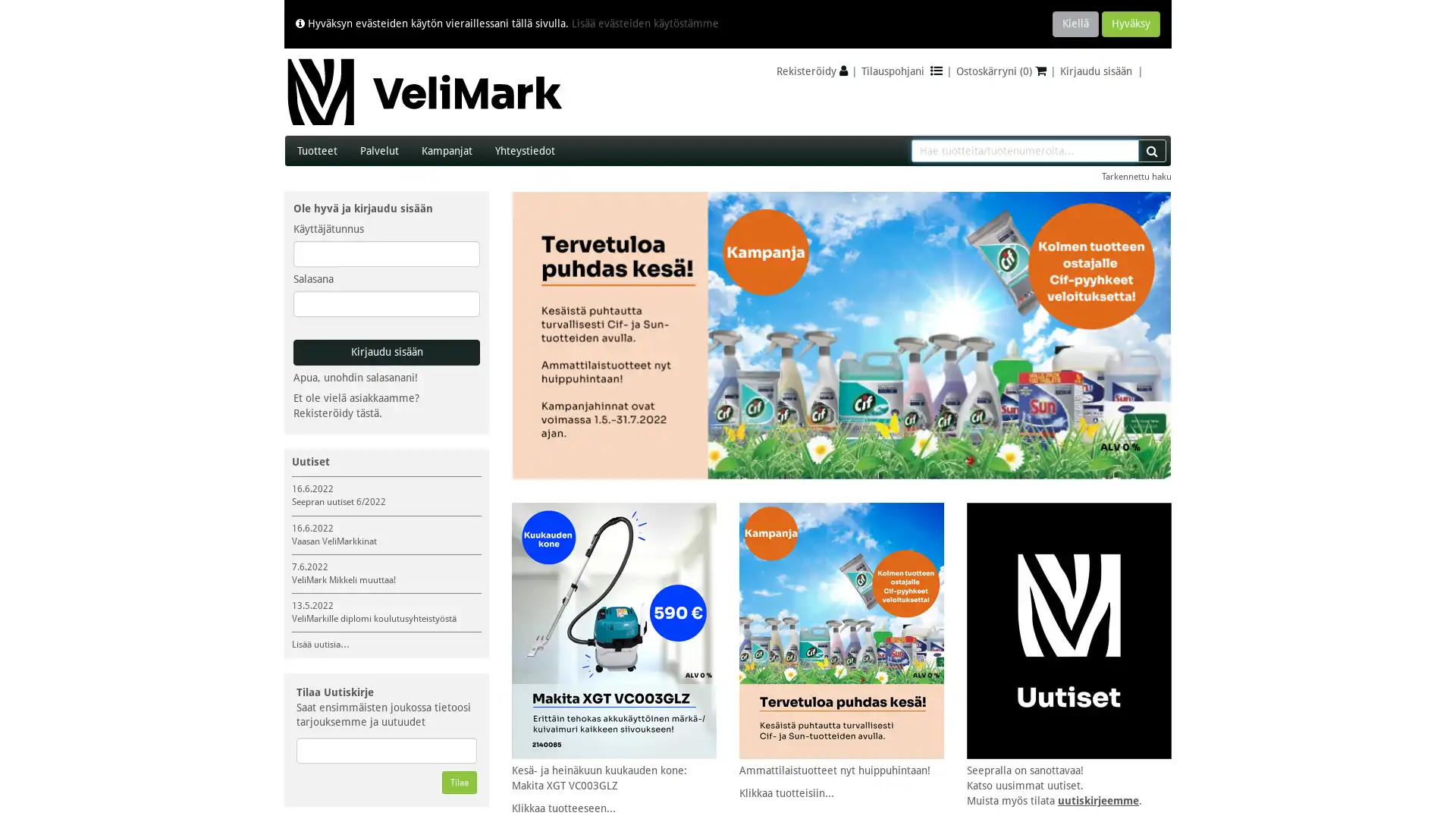 The width and height of the screenshot is (1456, 819). I want to click on Tilaa, so click(458, 783).